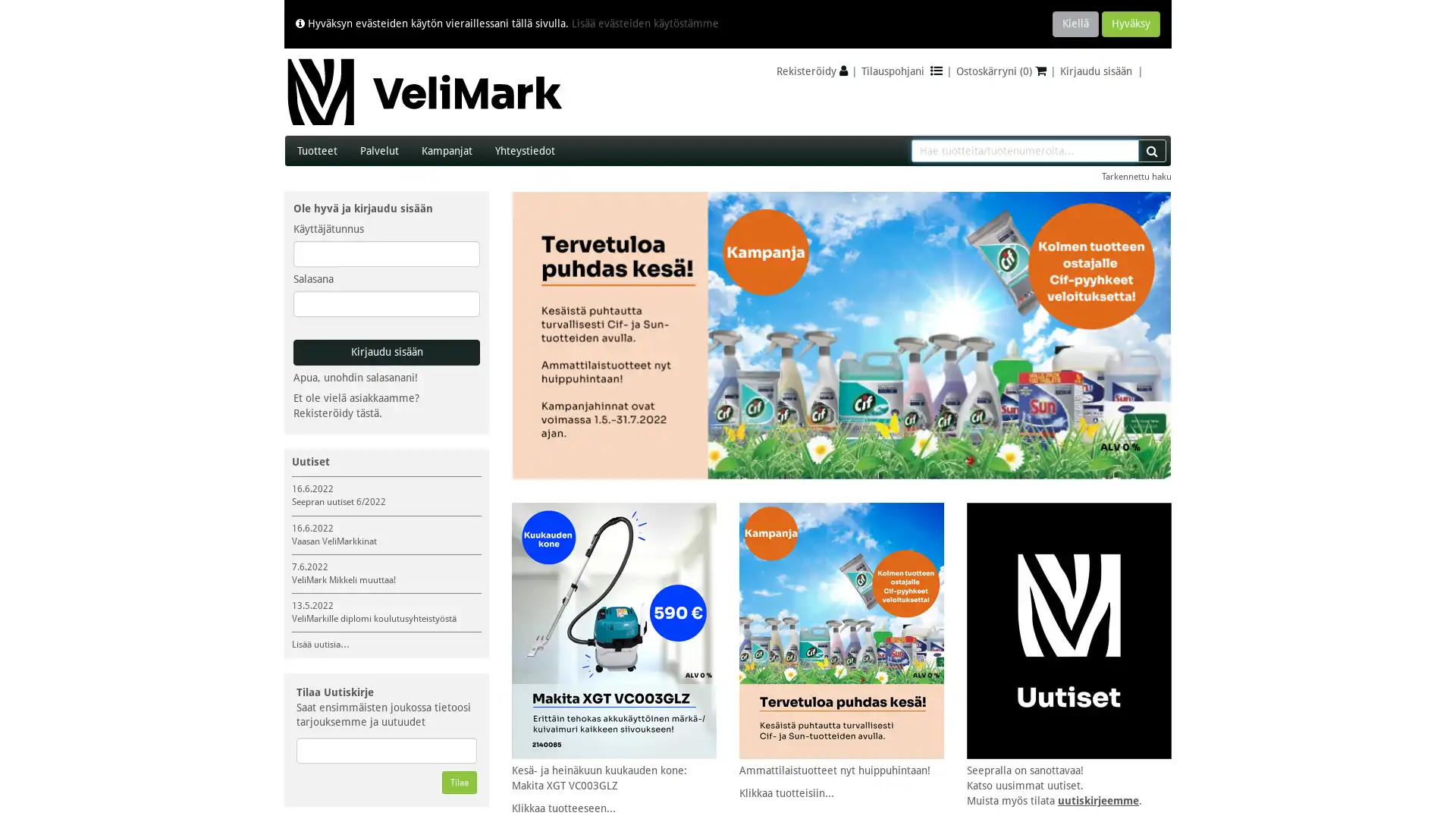 The width and height of the screenshot is (1456, 819). I want to click on Tilaa, so click(458, 783).